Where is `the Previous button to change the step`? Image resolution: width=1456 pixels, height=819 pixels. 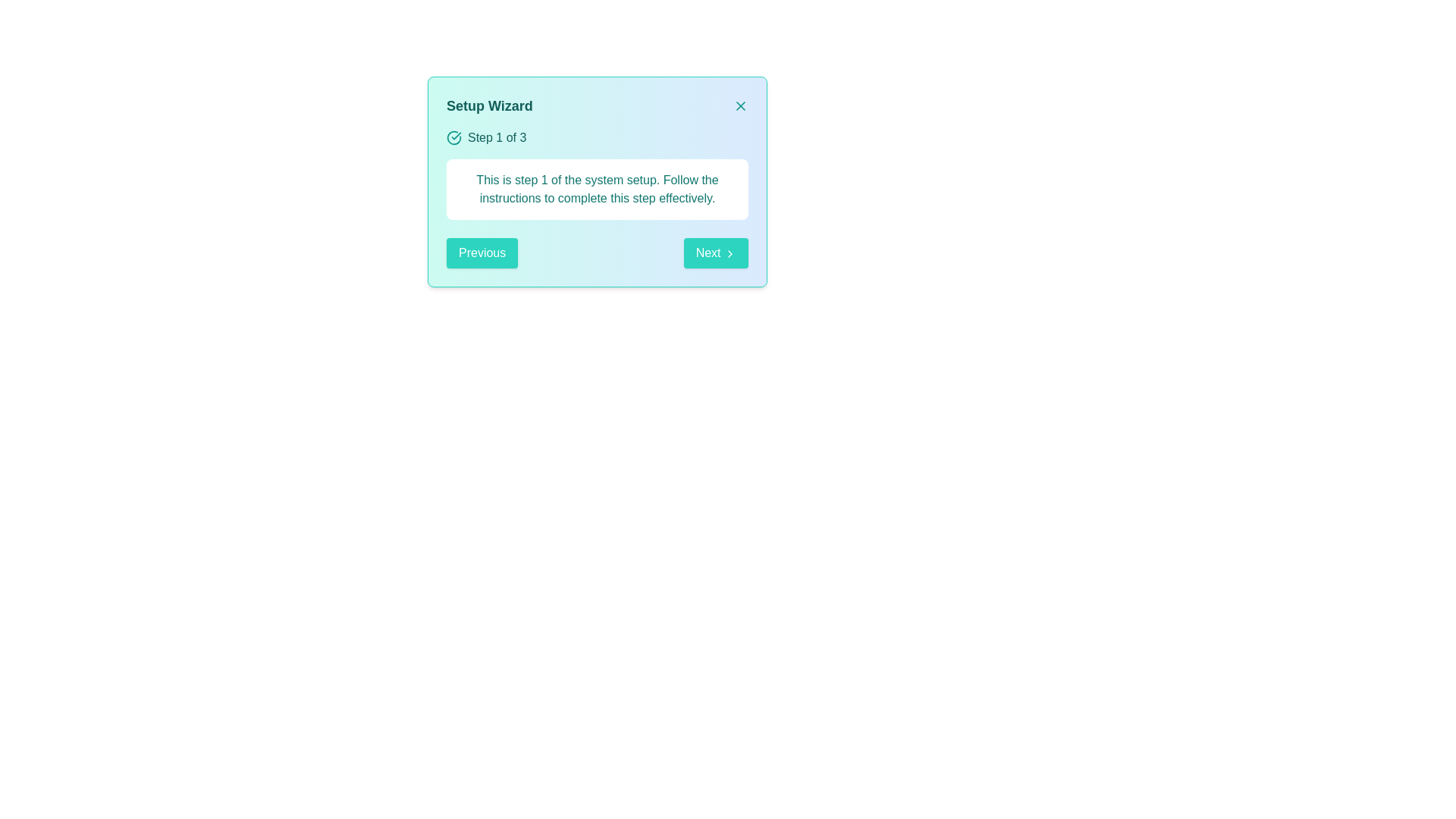
the Previous button to change the step is located at coordinates (481, 253).